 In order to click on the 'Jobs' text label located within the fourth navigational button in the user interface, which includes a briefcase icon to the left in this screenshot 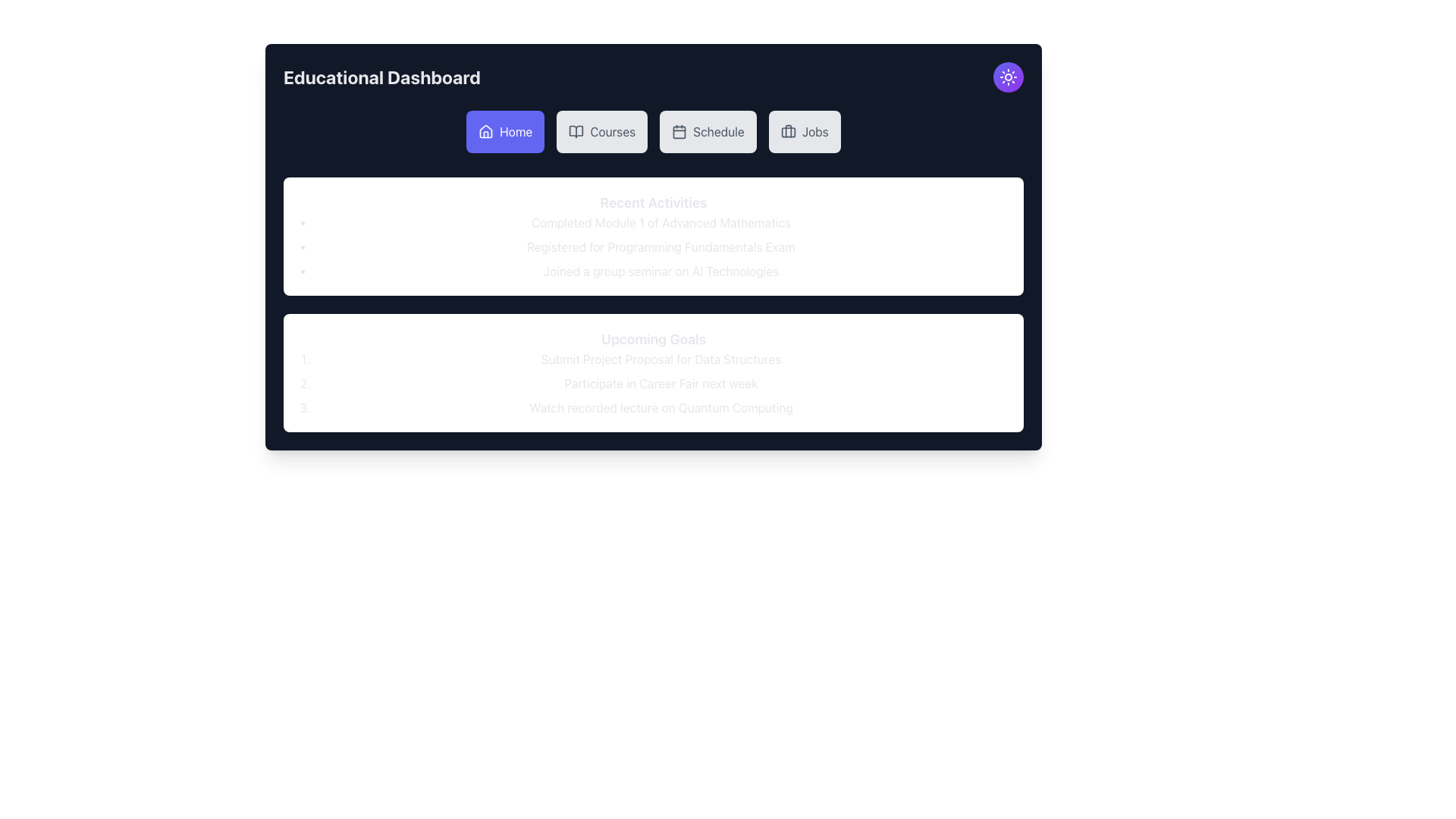, I will do `click(814, 130)`.